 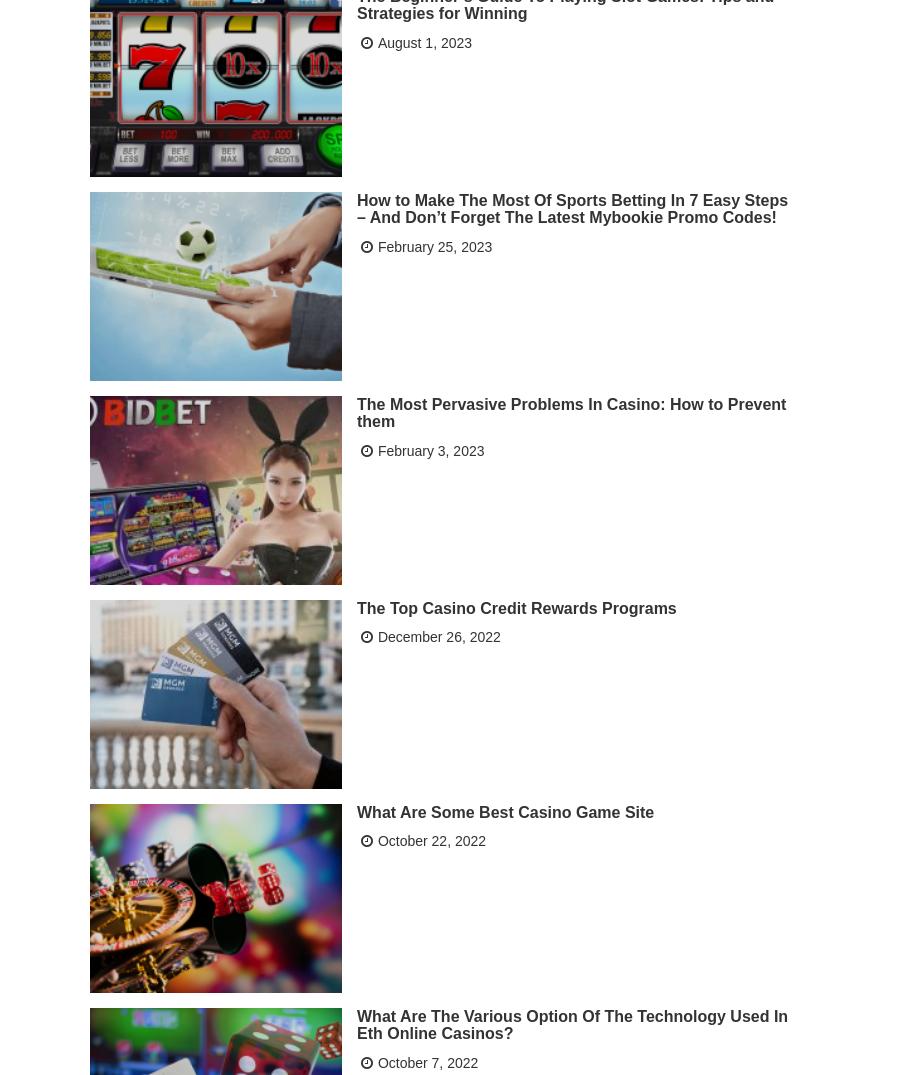 What do you see at coordinates (357, 206) in the screenshot?
I see `'How to Make The Most Of Sports Betting In 7 Easy Steps – And Don’t Forget The Latest Mybookie Promo Codes!'` at bounding box center [357, 206].